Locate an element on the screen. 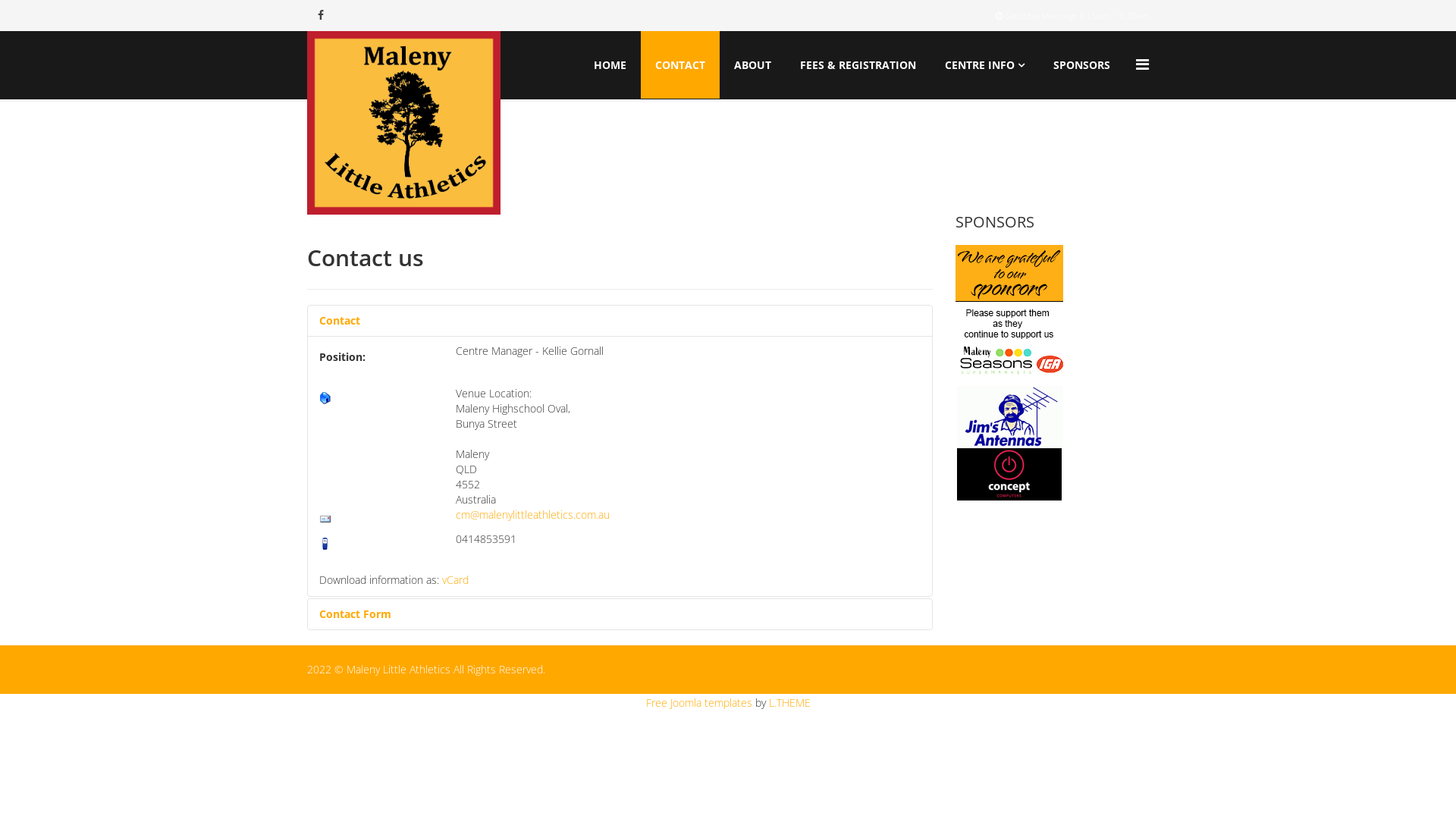 The image size is (1456, 819). 'HOME' is located at coordinates (610, 64).